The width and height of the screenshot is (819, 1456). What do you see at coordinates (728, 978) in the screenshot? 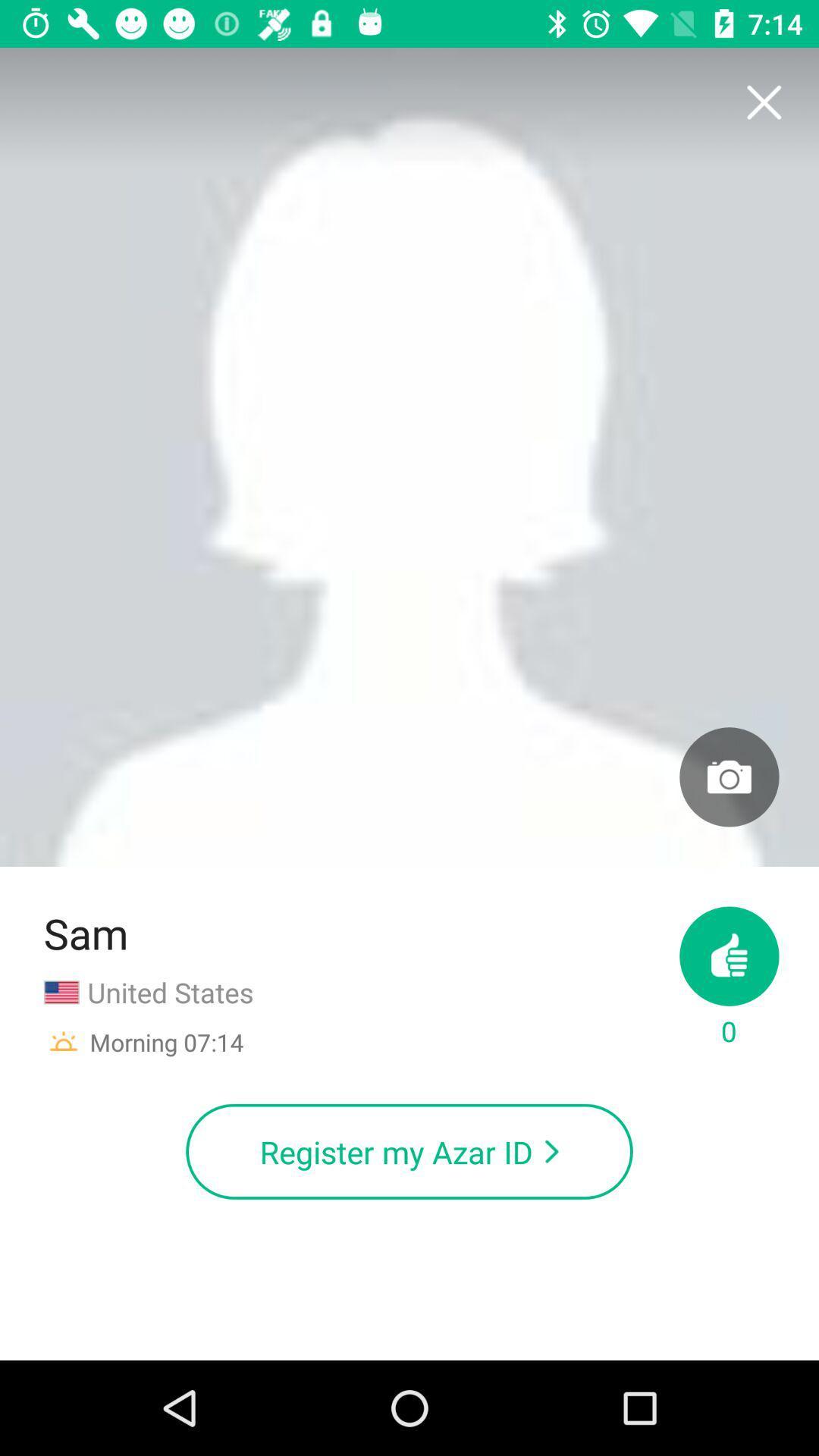
I see `0 at the bottom right corner` at bounding box center [728, 978].